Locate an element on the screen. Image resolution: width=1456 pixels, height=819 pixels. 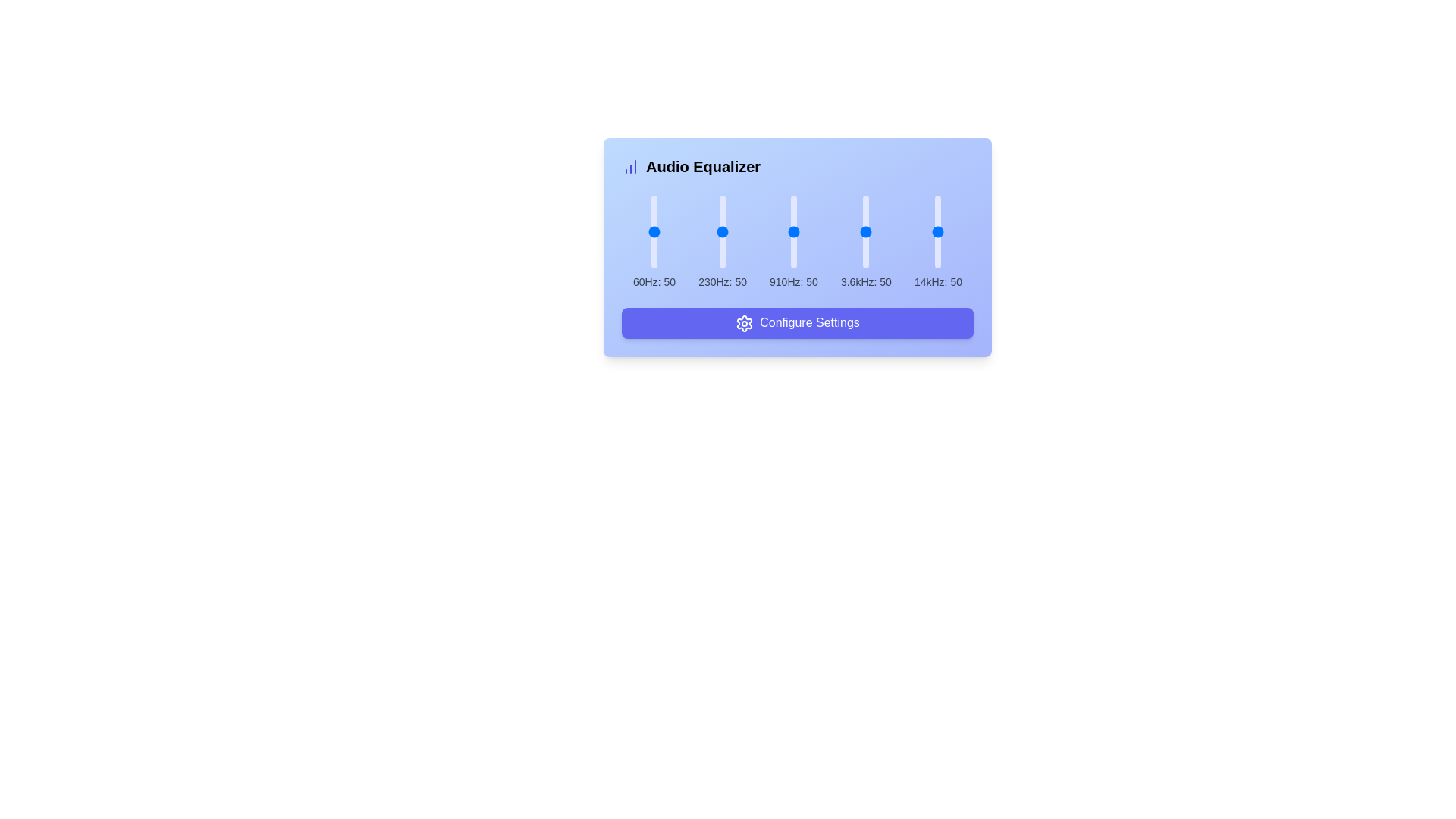
the 230Hz slider value is located at coordinates (722, 246).